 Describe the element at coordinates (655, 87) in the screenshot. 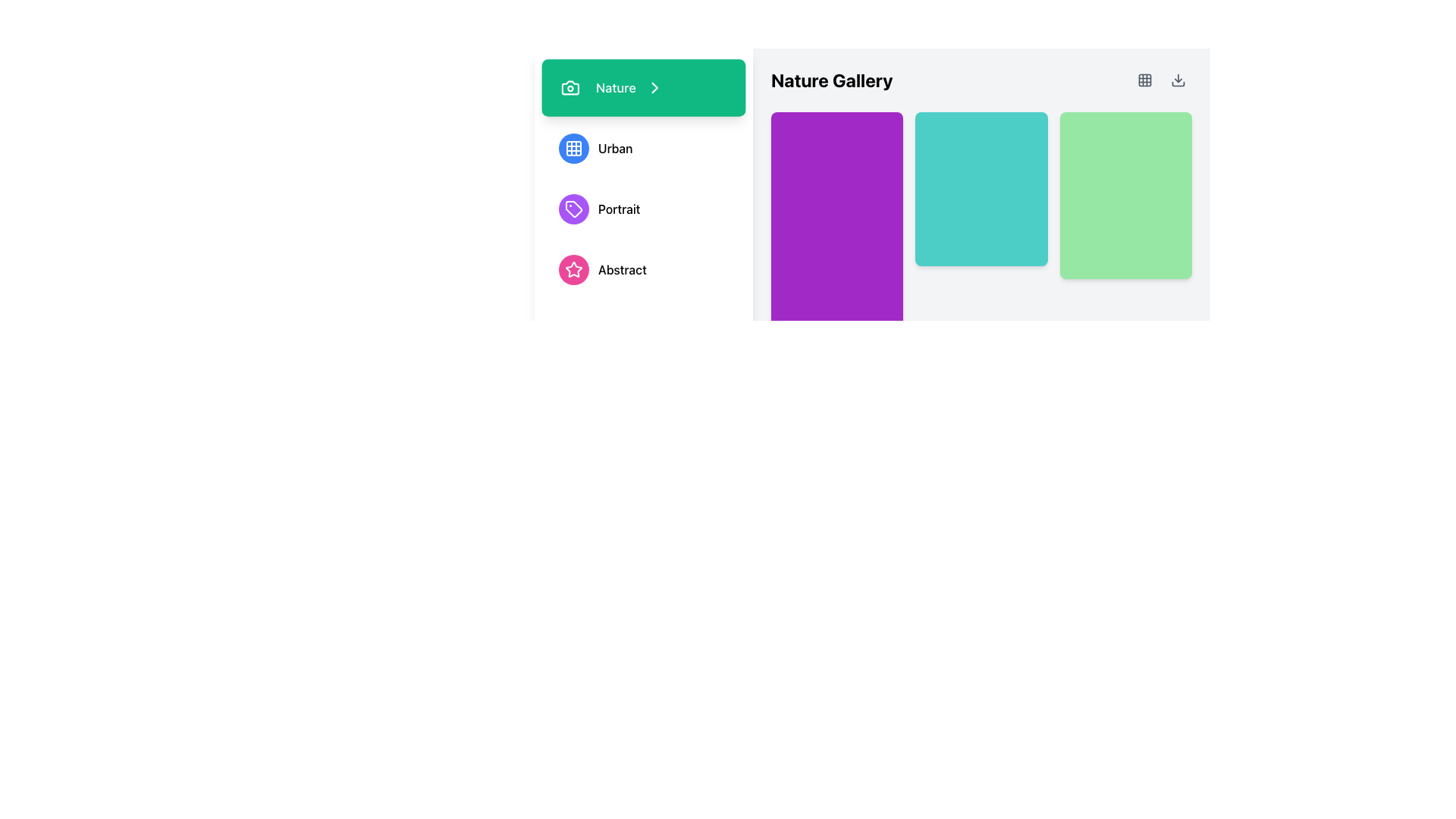

I see `the Chevron icon located to the far right of the 'Nature' text, which serves as an indicator for navigation or continuation` at that location.